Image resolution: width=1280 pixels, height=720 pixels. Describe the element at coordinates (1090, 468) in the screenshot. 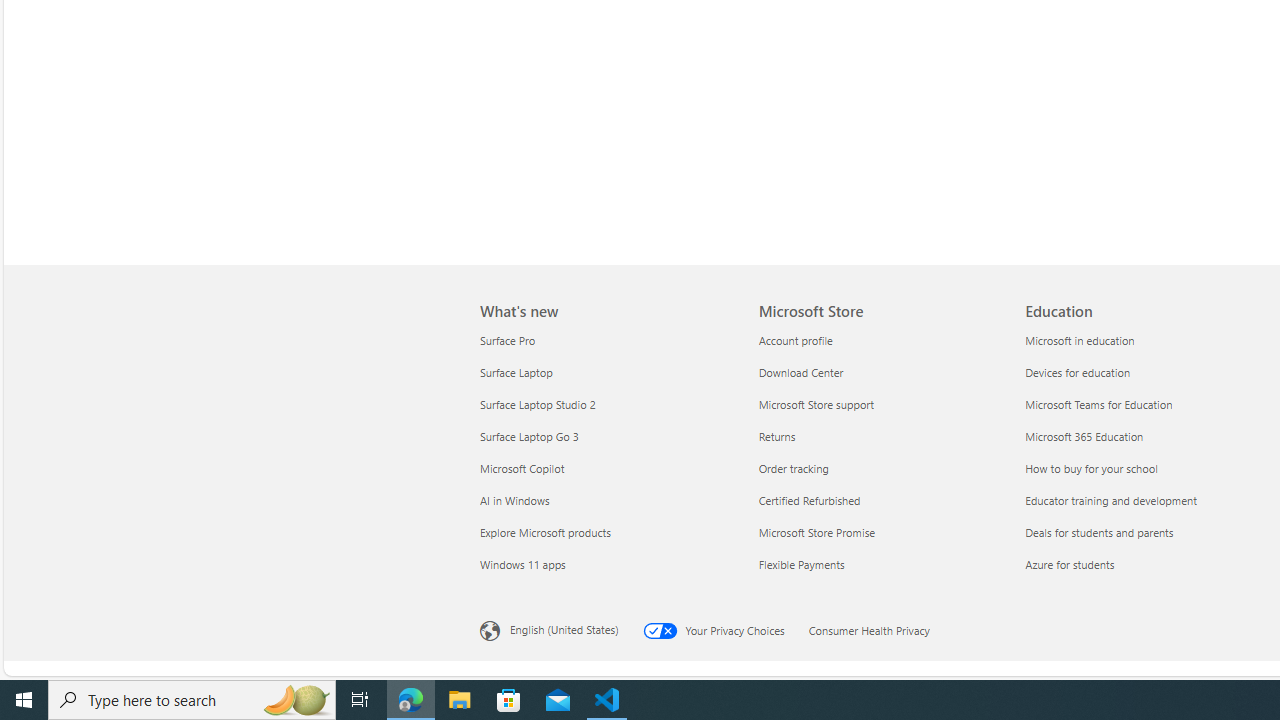

I see `'How to buy for your school Education'` at that location.